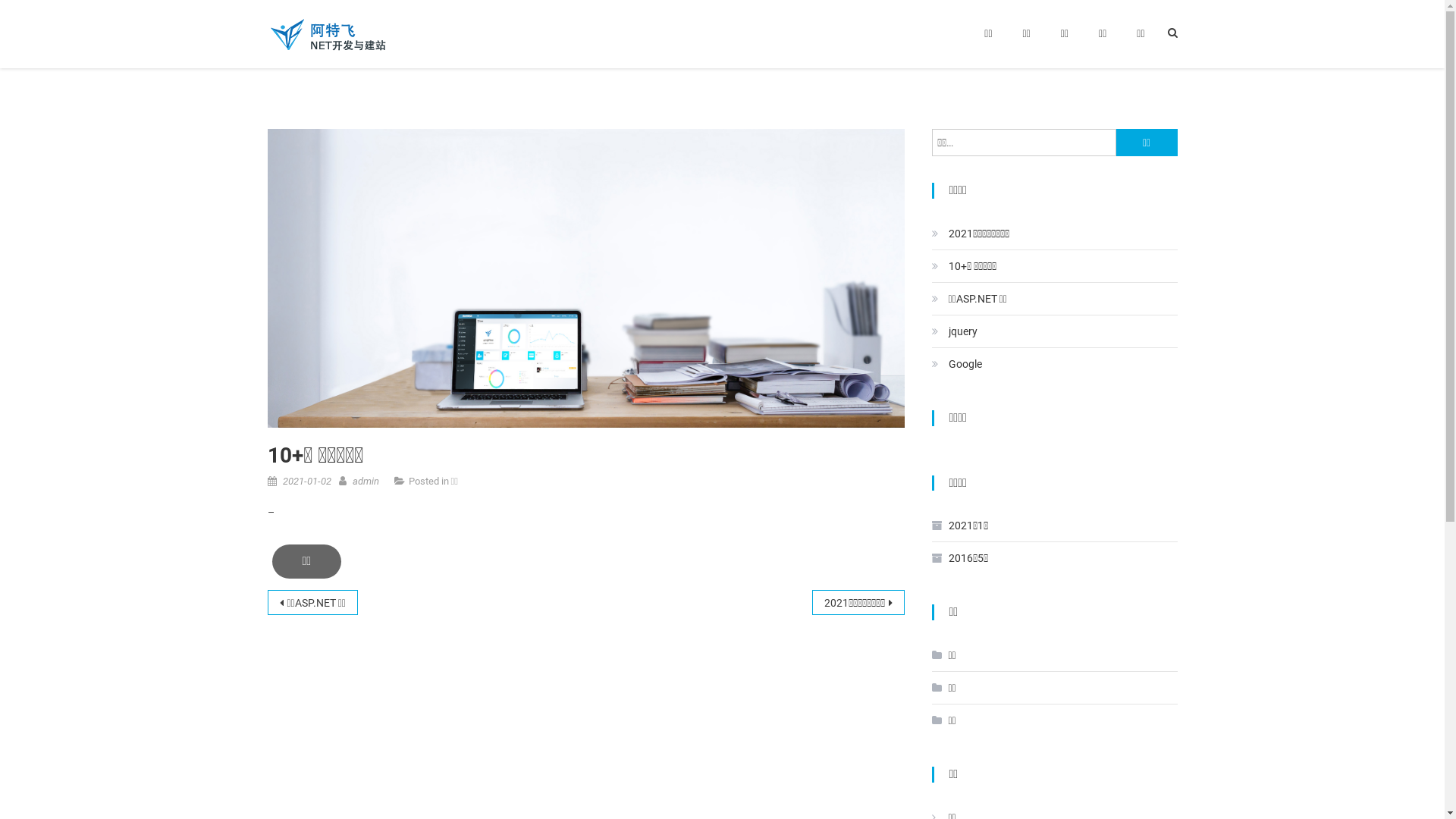 This screenshot has width=1456, height=819. I want to click on 'jquery', so click(952, 330).